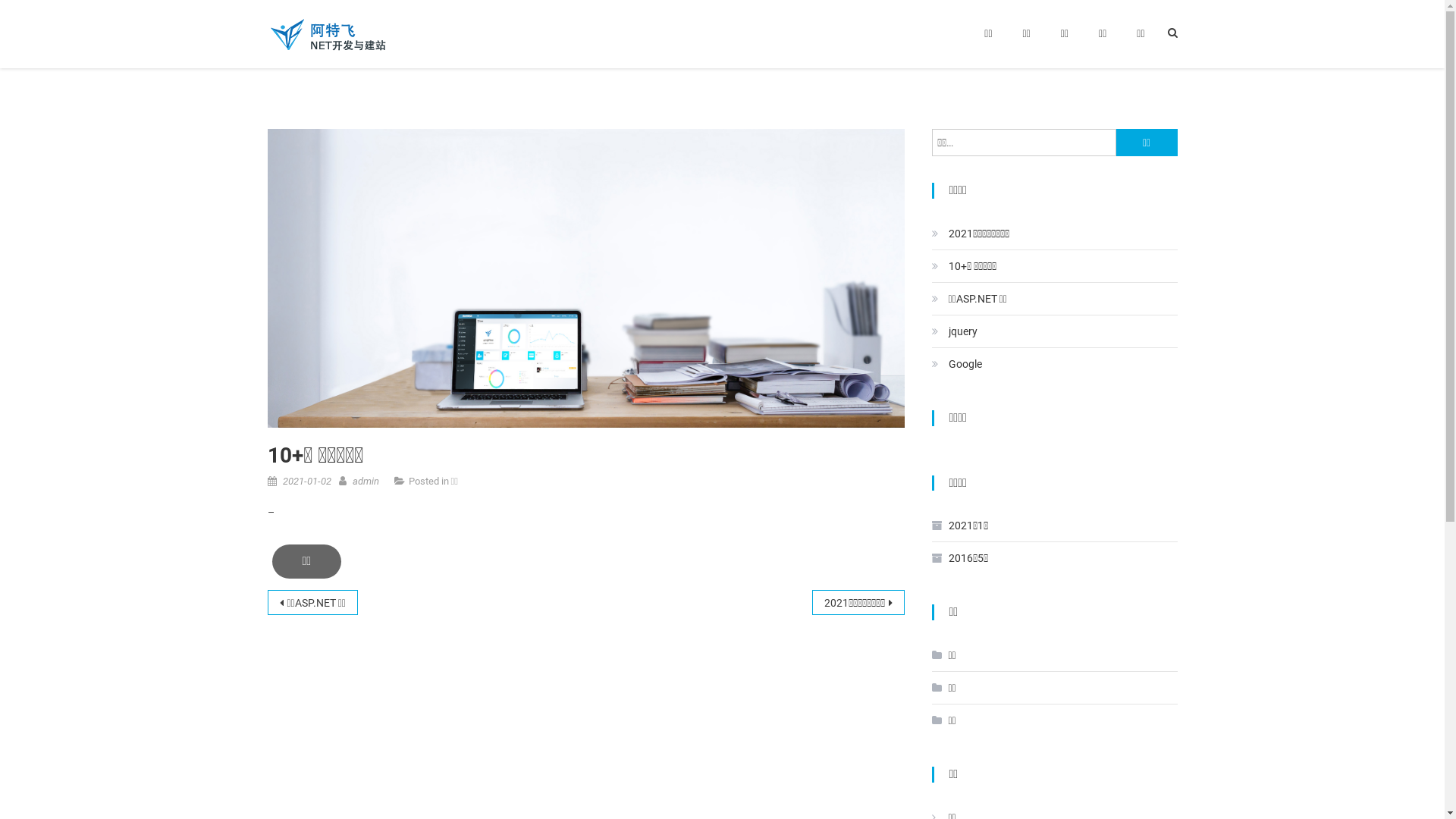 This screenshot has width=1456, height=819. I want to click on 'jquery', so click(952, 330).